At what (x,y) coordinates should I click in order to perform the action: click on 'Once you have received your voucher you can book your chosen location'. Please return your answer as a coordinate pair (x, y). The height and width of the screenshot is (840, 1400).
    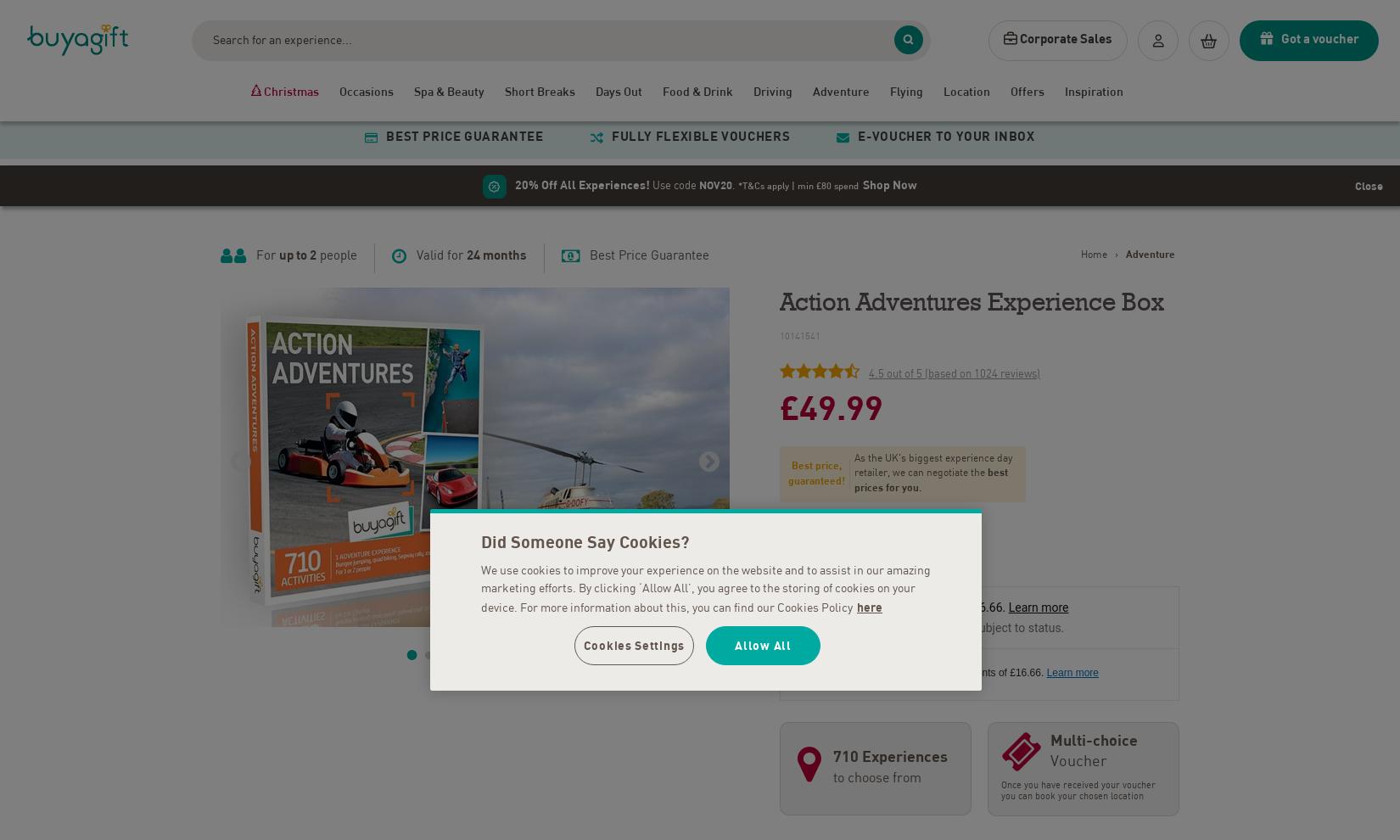
    Looking at the image, I should click on (1077, 785).